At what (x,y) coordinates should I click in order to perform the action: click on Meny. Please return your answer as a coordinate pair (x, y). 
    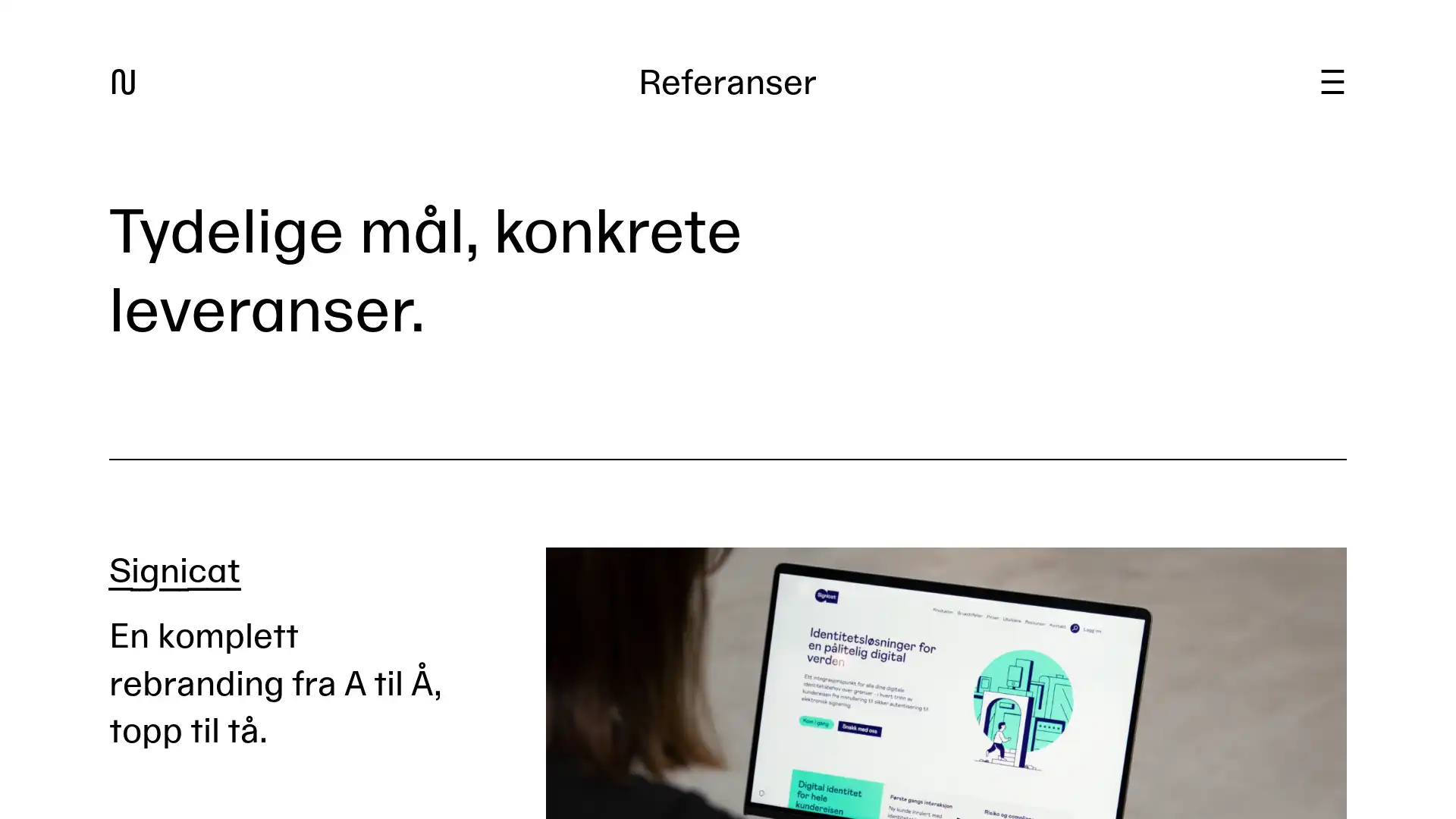
    Looking at the image, I should click on (1331, 82).